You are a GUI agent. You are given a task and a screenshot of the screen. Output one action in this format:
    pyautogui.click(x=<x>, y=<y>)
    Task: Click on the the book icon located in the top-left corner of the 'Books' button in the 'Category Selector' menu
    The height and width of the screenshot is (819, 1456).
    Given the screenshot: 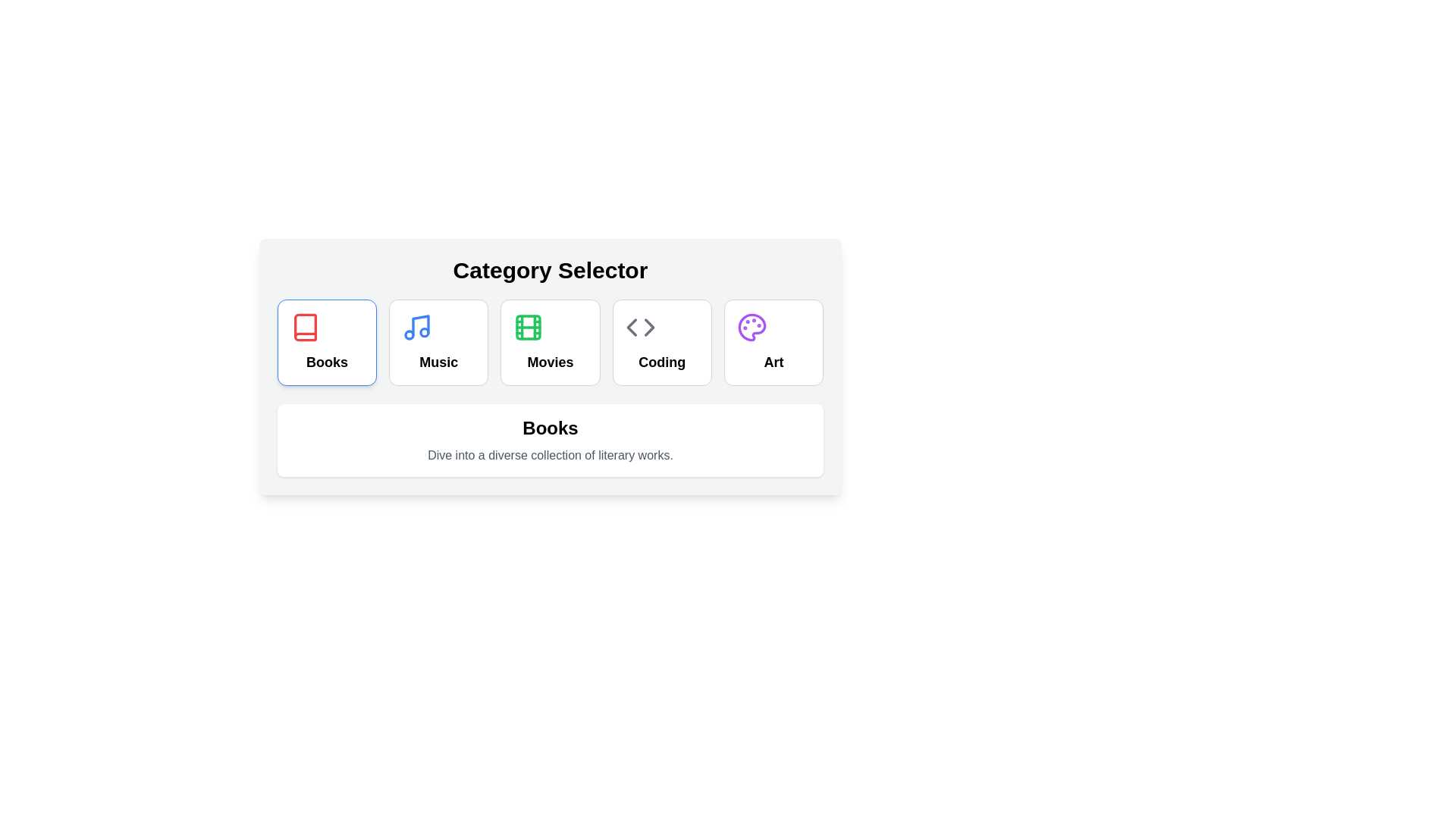 What is the action you would take?
    pyautogui.click(x=305, y=327)
    